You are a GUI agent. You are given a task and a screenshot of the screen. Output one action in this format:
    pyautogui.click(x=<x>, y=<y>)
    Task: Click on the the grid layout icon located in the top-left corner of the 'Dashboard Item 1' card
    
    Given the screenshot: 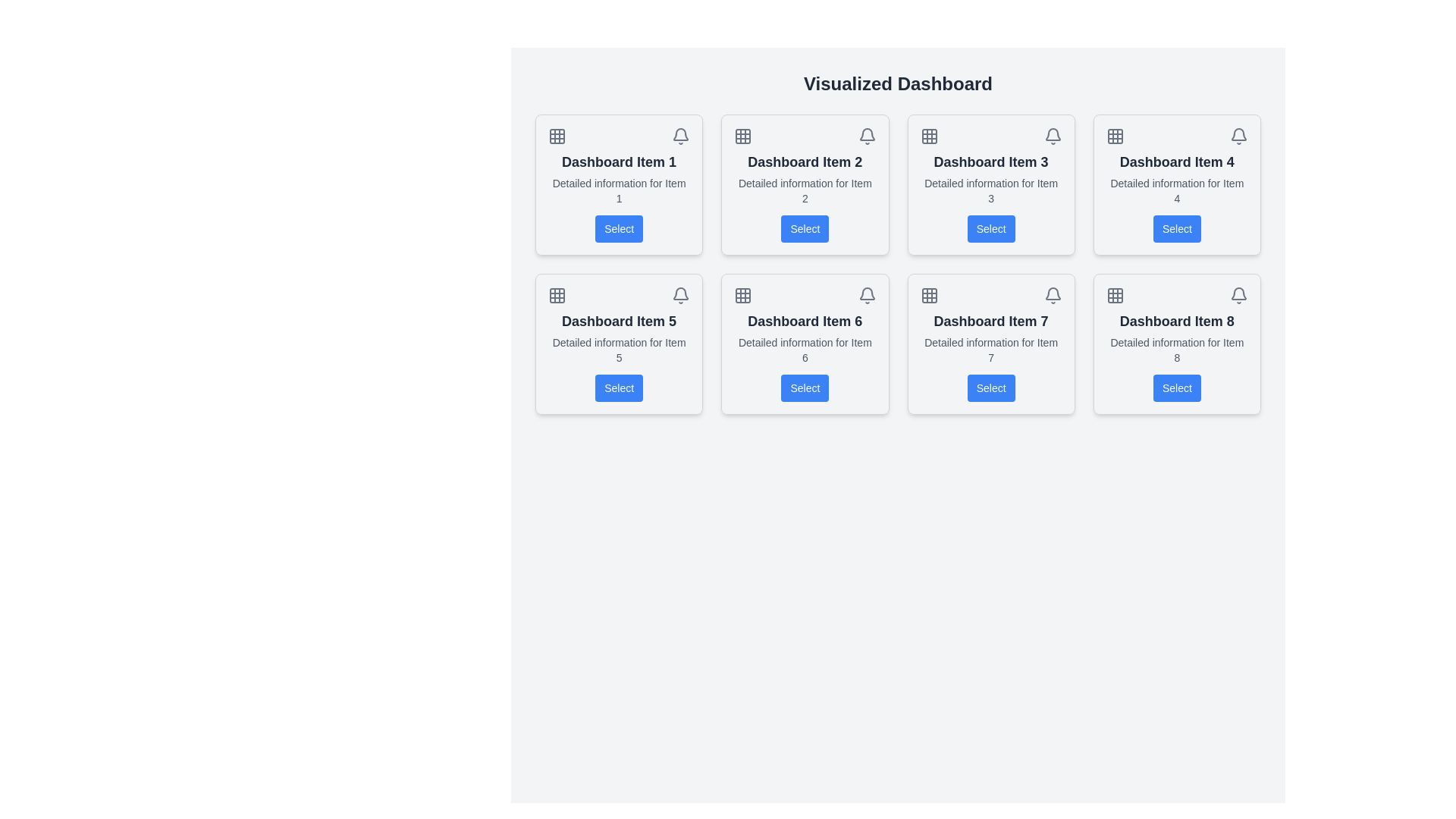 What is the action you would take?
    pyautogui.click(x=556, y=136)
    